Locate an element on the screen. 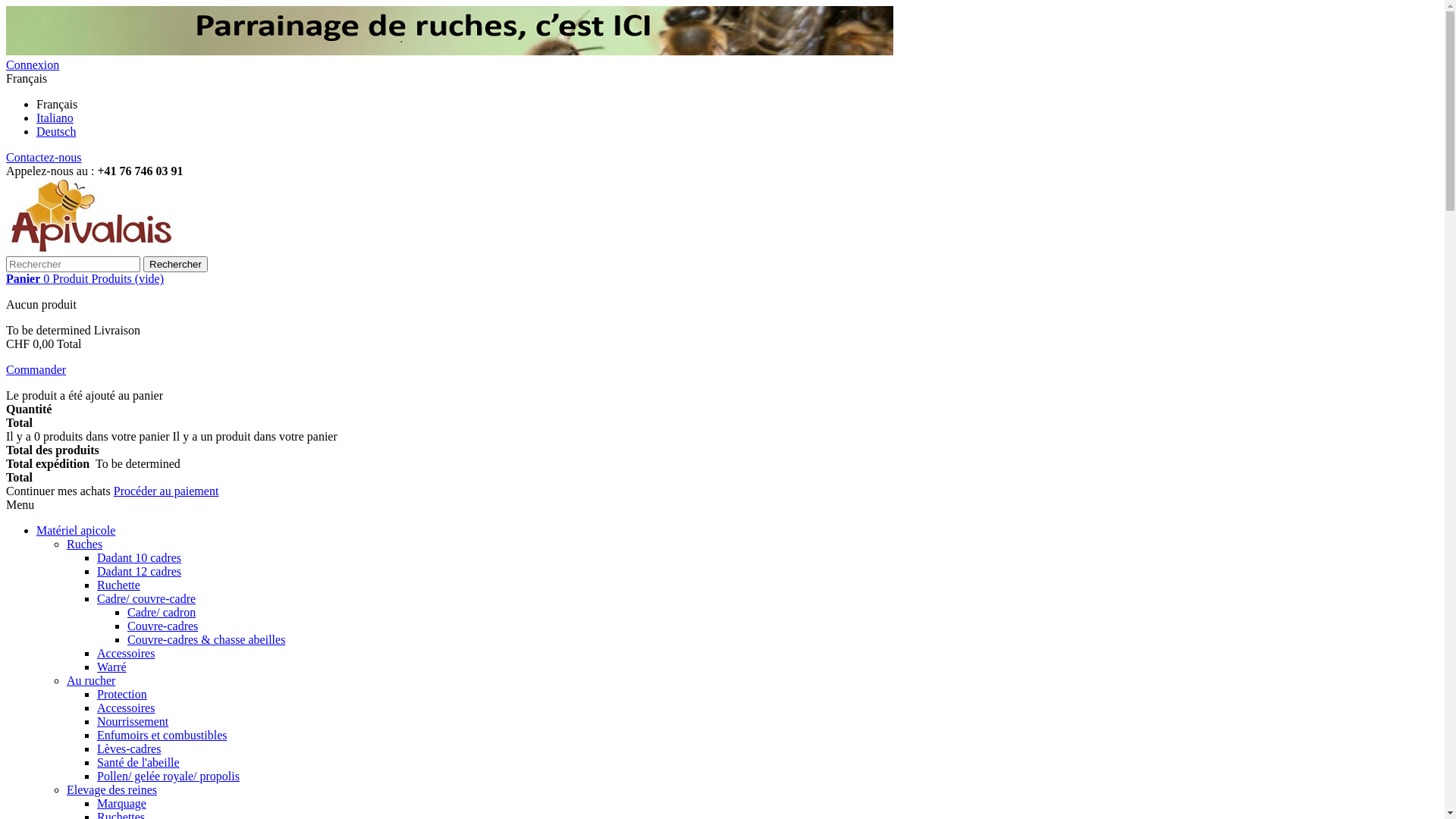  'Connexion' is located at coordinates (33, 64).